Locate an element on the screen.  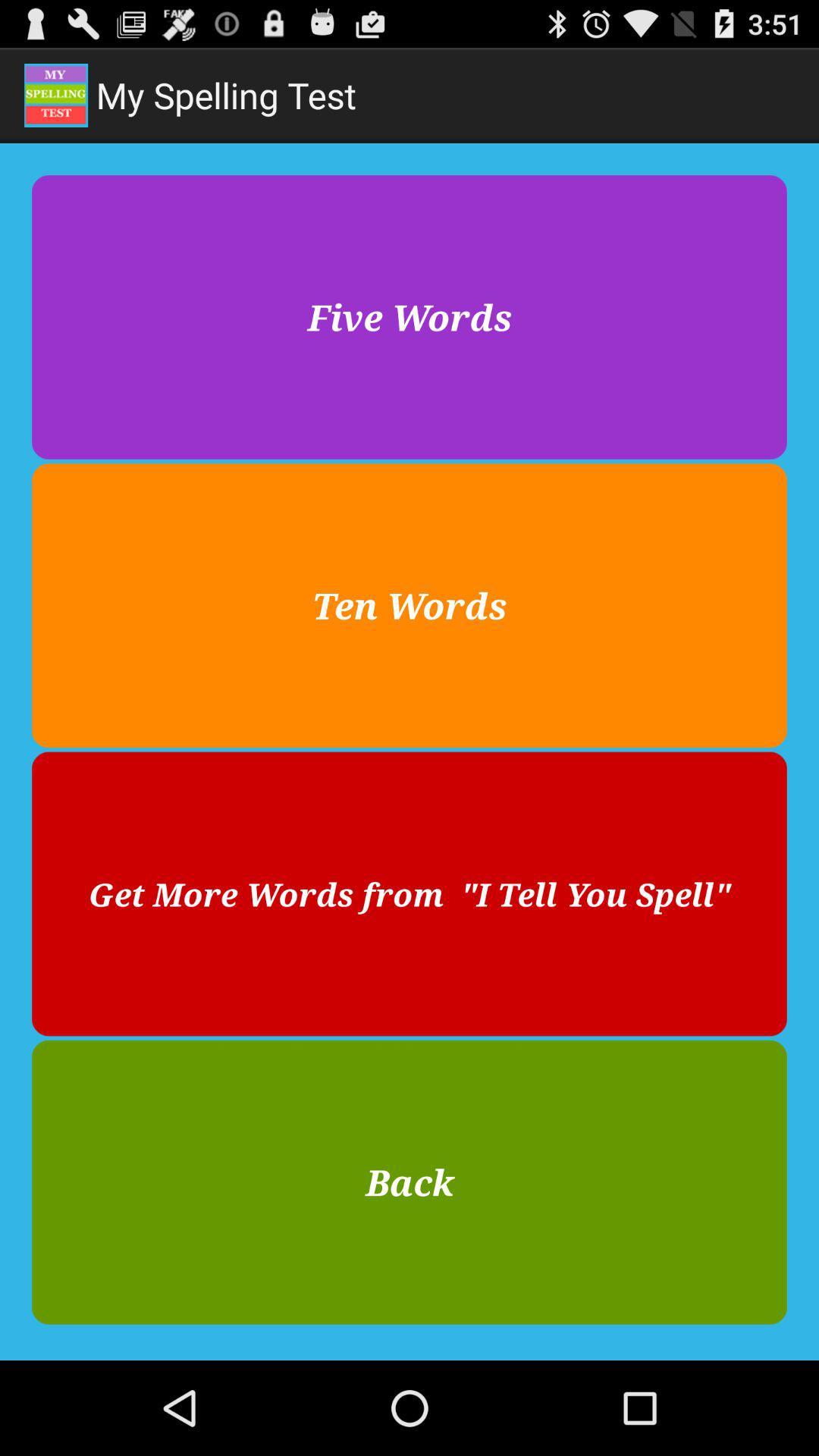
the icon below the five words button is located at coordinates (409, 604).